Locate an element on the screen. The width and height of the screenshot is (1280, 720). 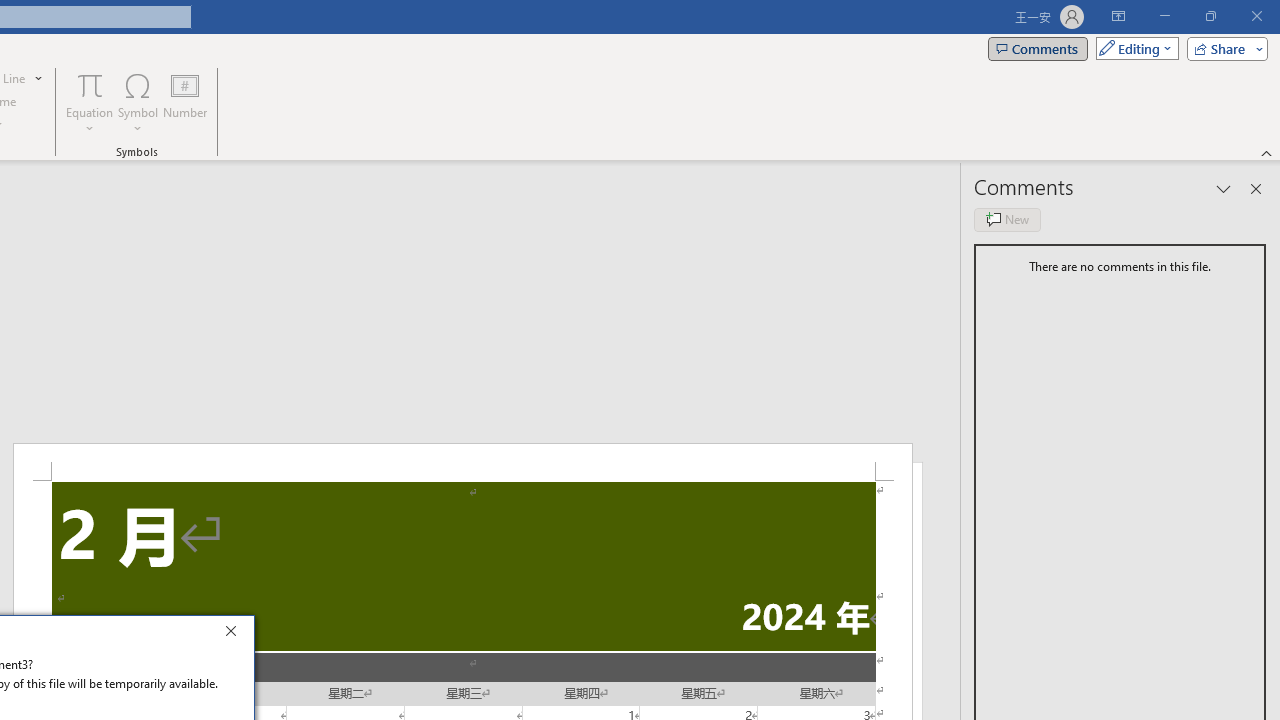
'Symbol' is located at coordinates (137, 103).